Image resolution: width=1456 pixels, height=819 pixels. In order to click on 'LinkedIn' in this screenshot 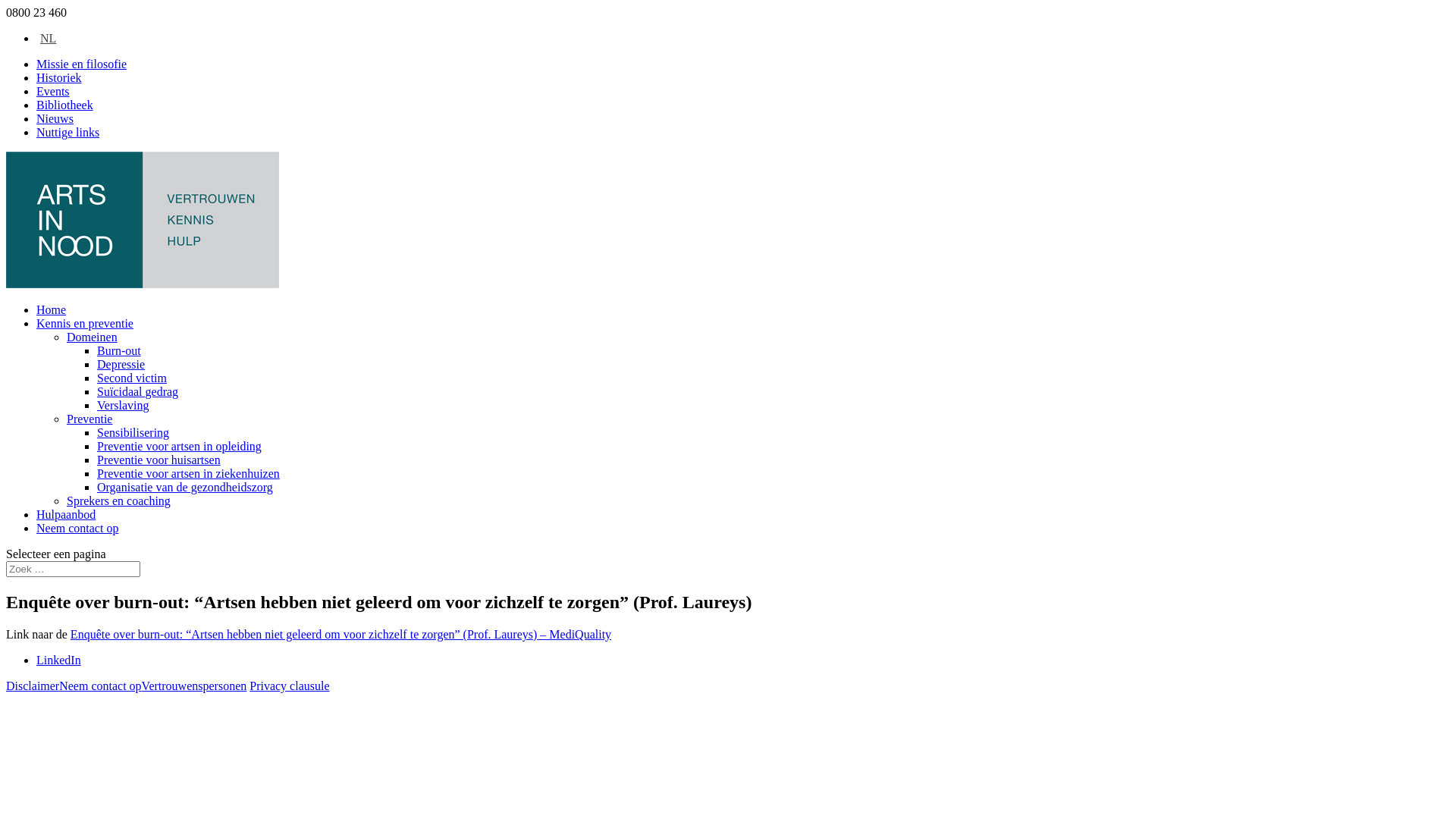, I will do `click(58, 659)`.